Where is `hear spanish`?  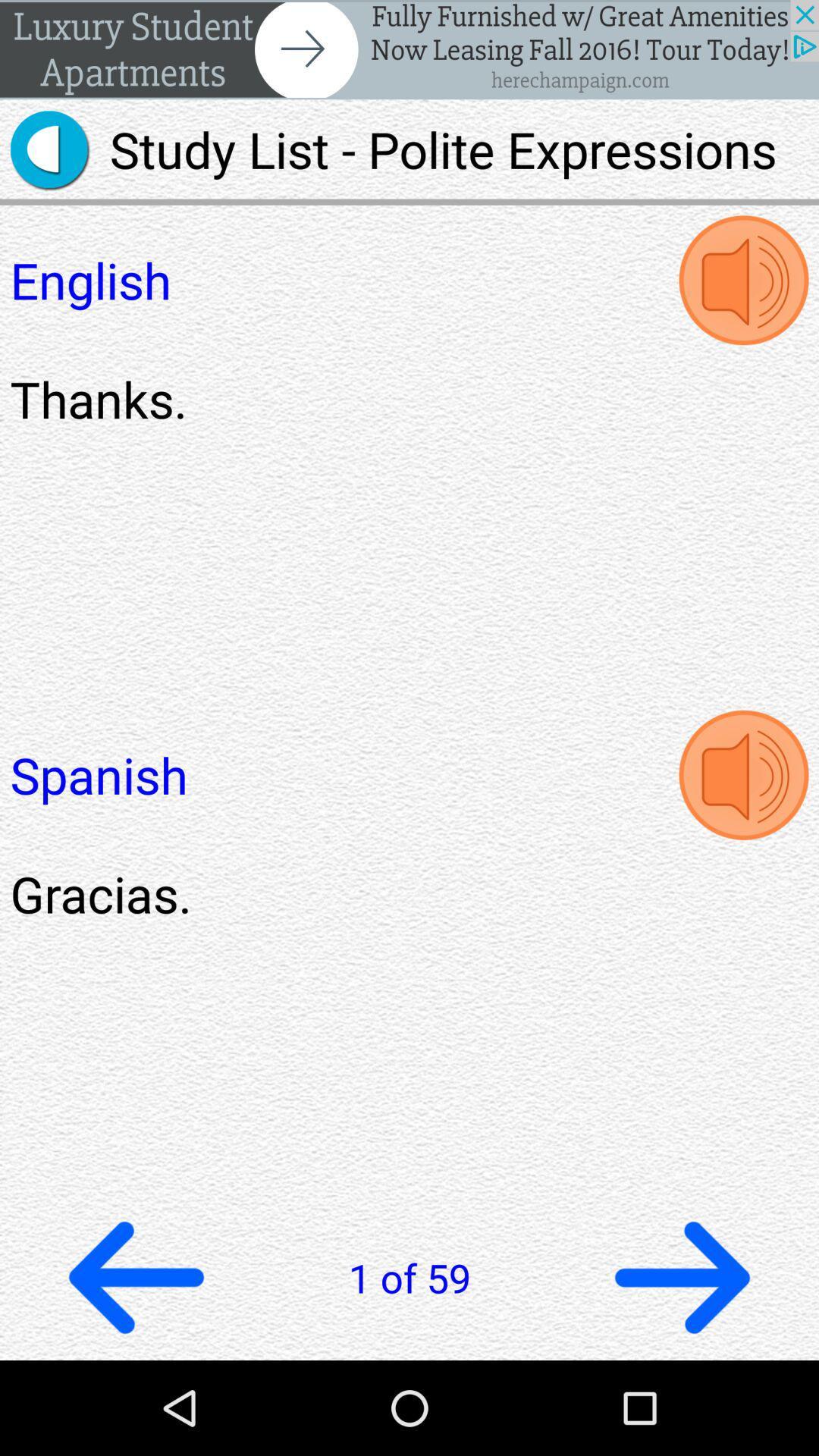 hear spanish is located at coordinates (742, 775).